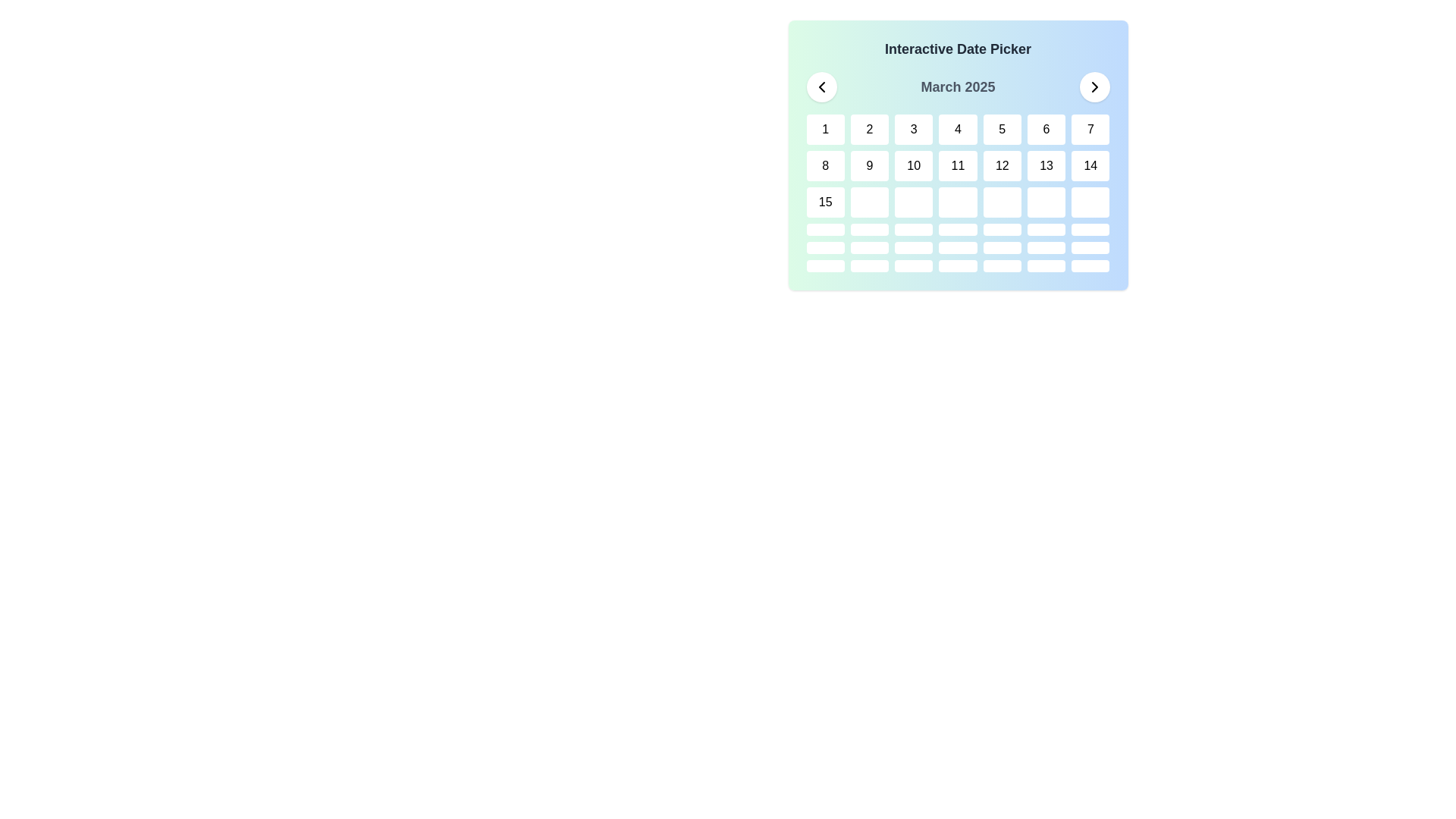 Image resolution: width=1456 pixels, height=819 pixels. Describe the element at coordinates (1002, 230) in the screenshot. I see `the selectable cell in the fifth column of the fourth row in the calendar grid` at that location.